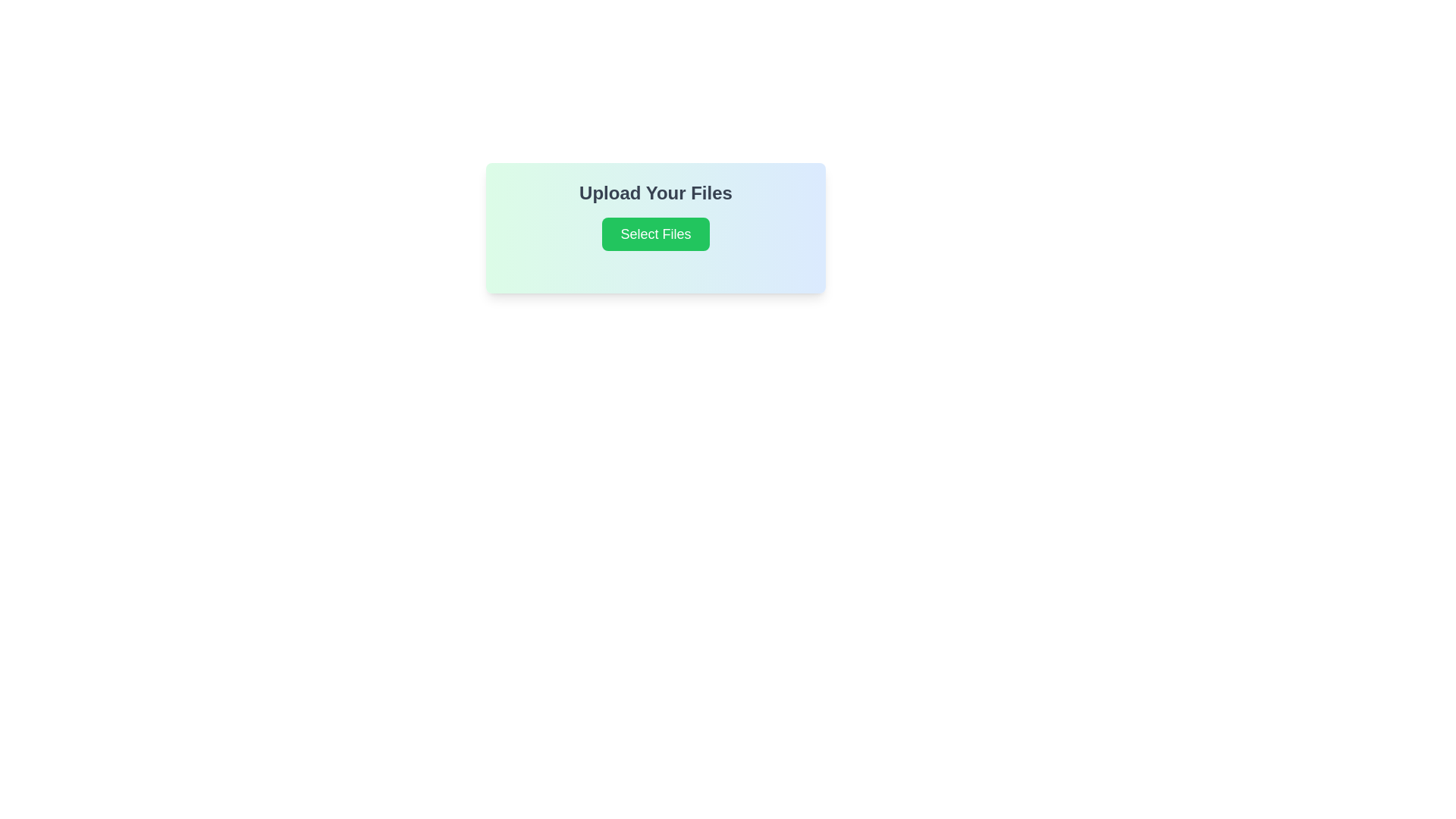 Image resolution: width=1456 pixels, height=819 pixels. What do you see at coordinates (655, 234) in the screenshot?
I see `the file selection button located centrally below the 'Upload Your Files' text to observe a style change` at bounding box center [655, 234].